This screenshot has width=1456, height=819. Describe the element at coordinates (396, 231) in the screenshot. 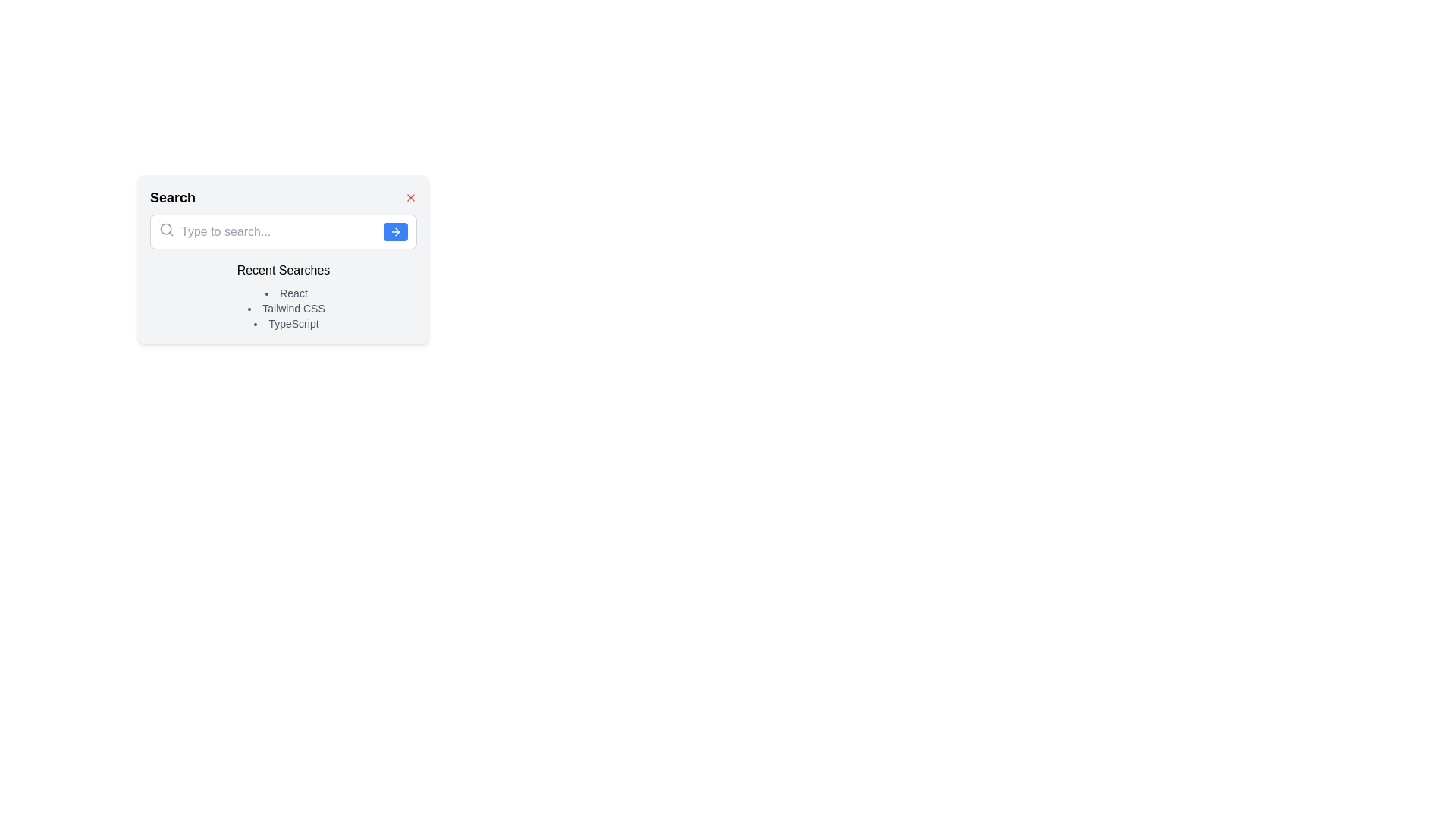

I see `the arrow icon located at the right end of the search input field` at that location.